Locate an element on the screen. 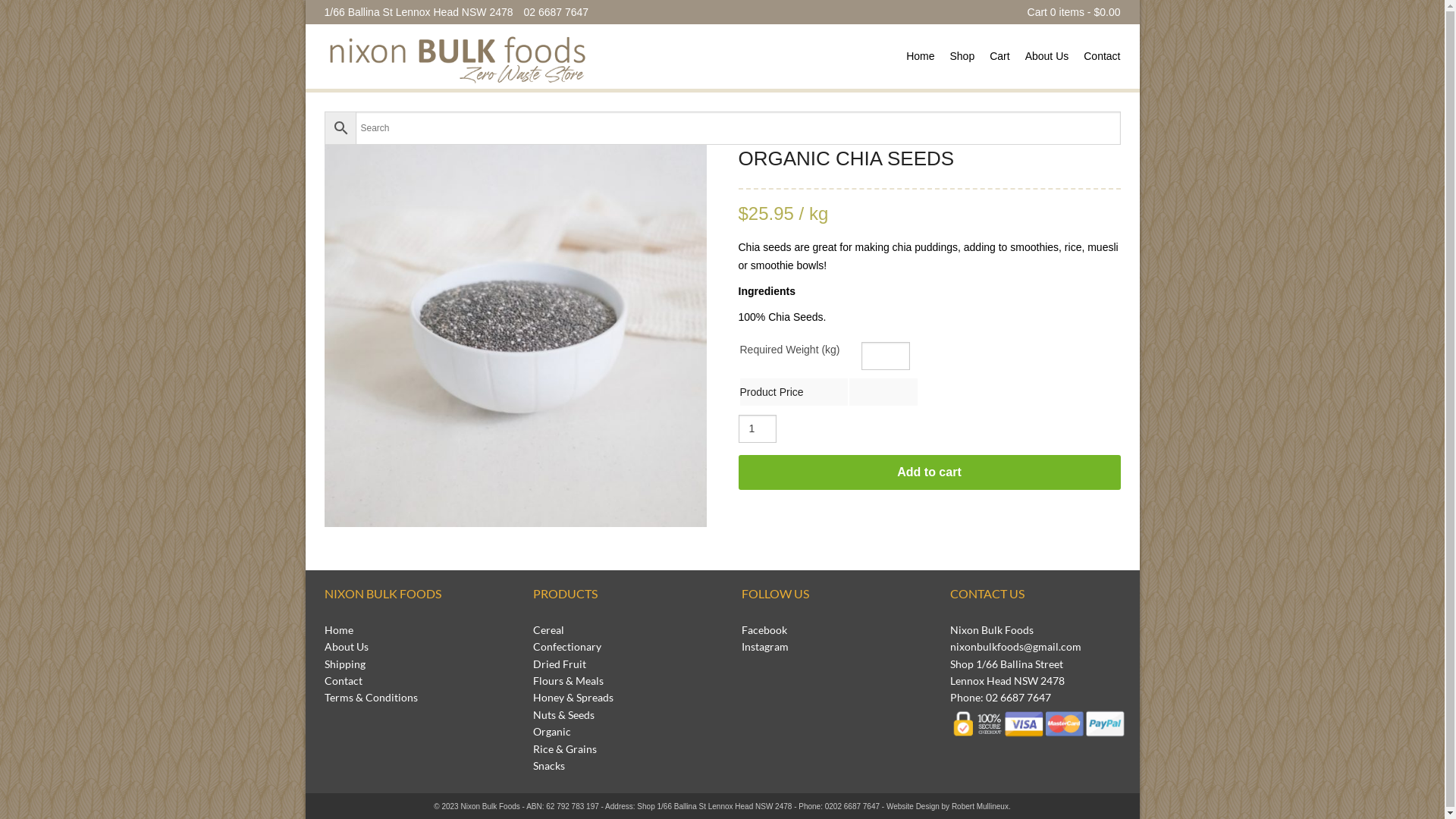 The width and height of the screenshot is (1456, 819). 'Home' is located at coordinates (899, 55).